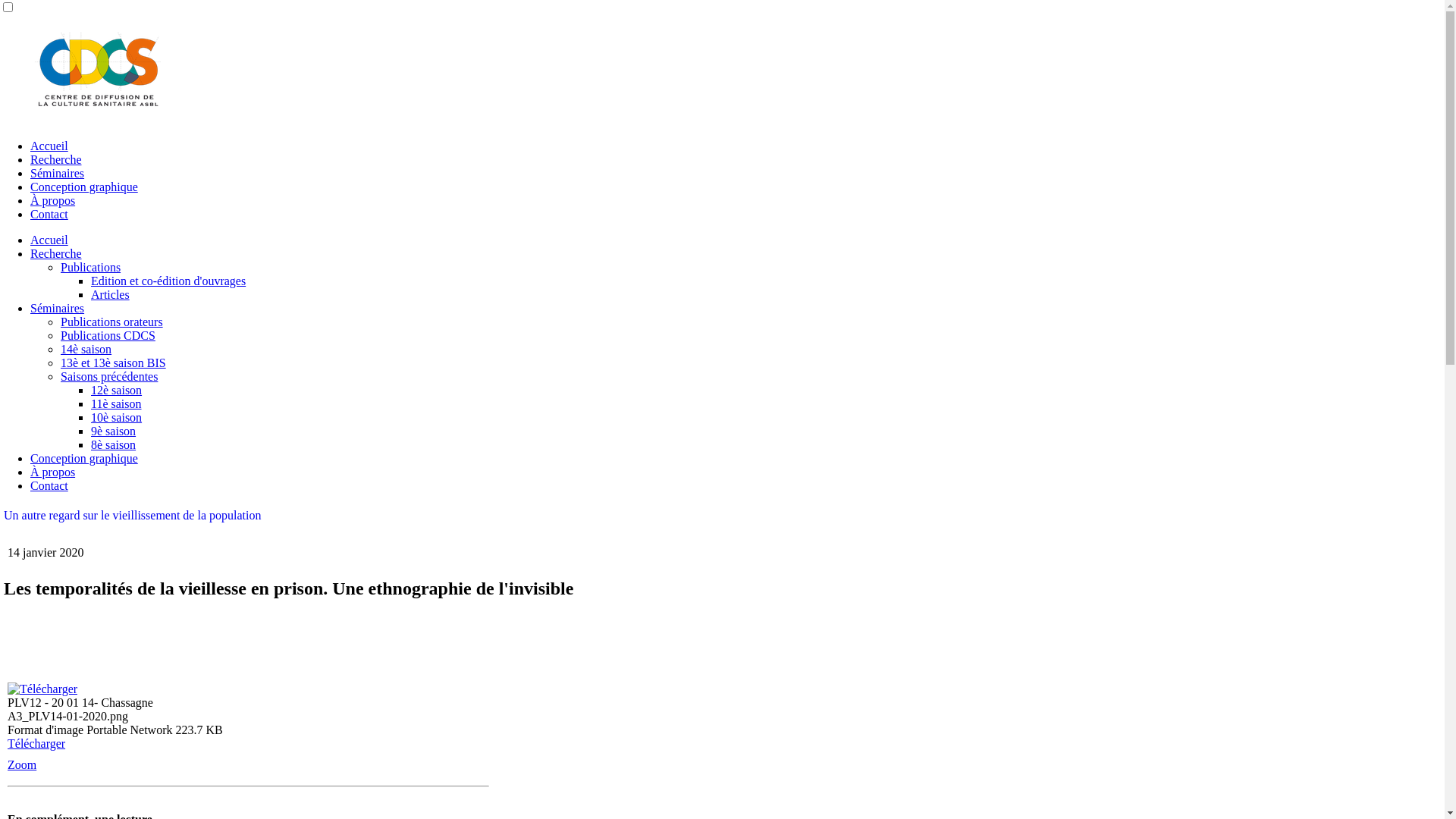 This screenshot has height=819, width=1456. What do you see at coordinates (30, 214) in the screenshot?
I see `'Contact'` at bounding box center [30, 214].